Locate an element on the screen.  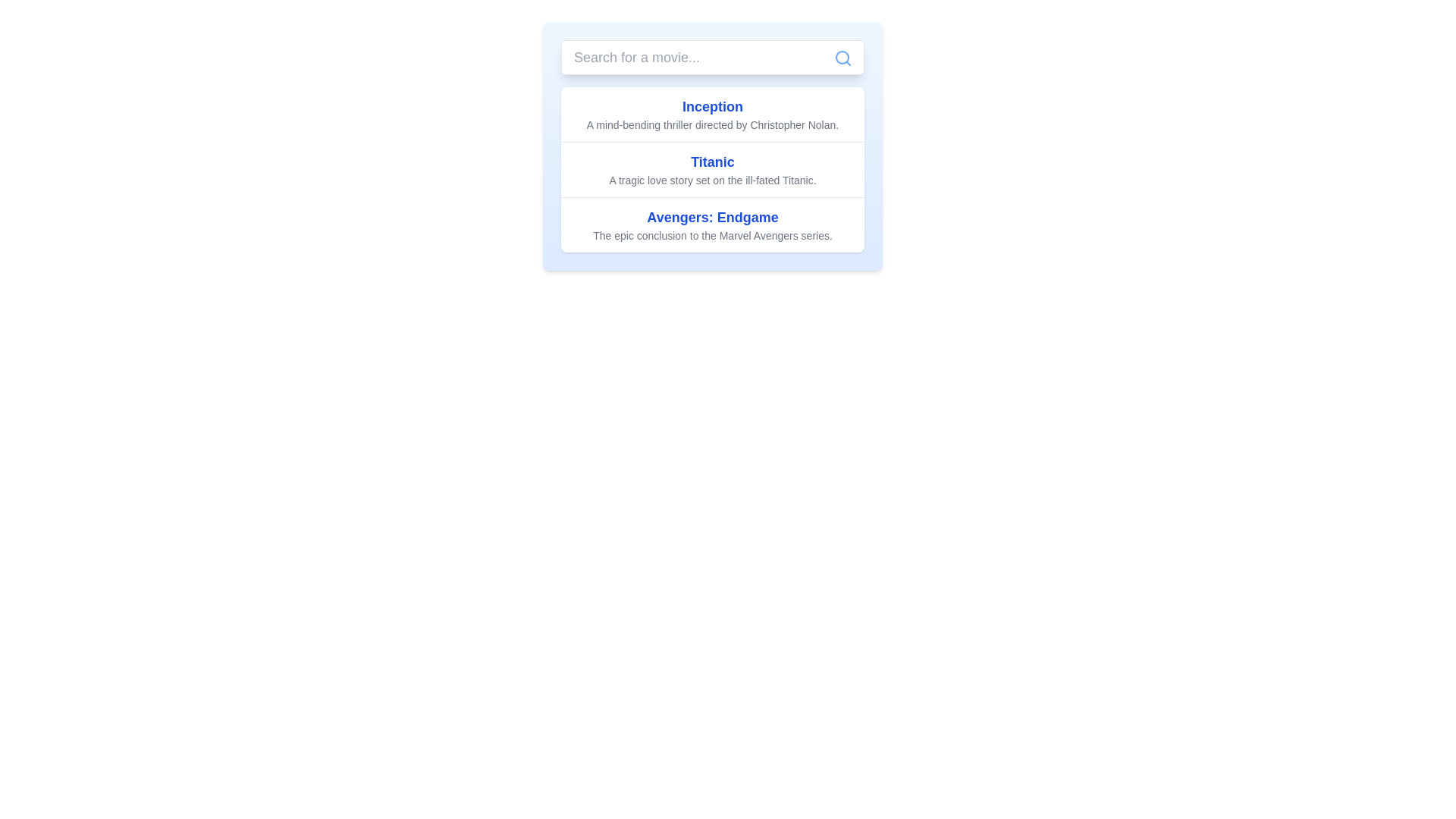
the blue magnifying glass icon located at the top-right corner of the search input field is located at coordinates (843, 58).